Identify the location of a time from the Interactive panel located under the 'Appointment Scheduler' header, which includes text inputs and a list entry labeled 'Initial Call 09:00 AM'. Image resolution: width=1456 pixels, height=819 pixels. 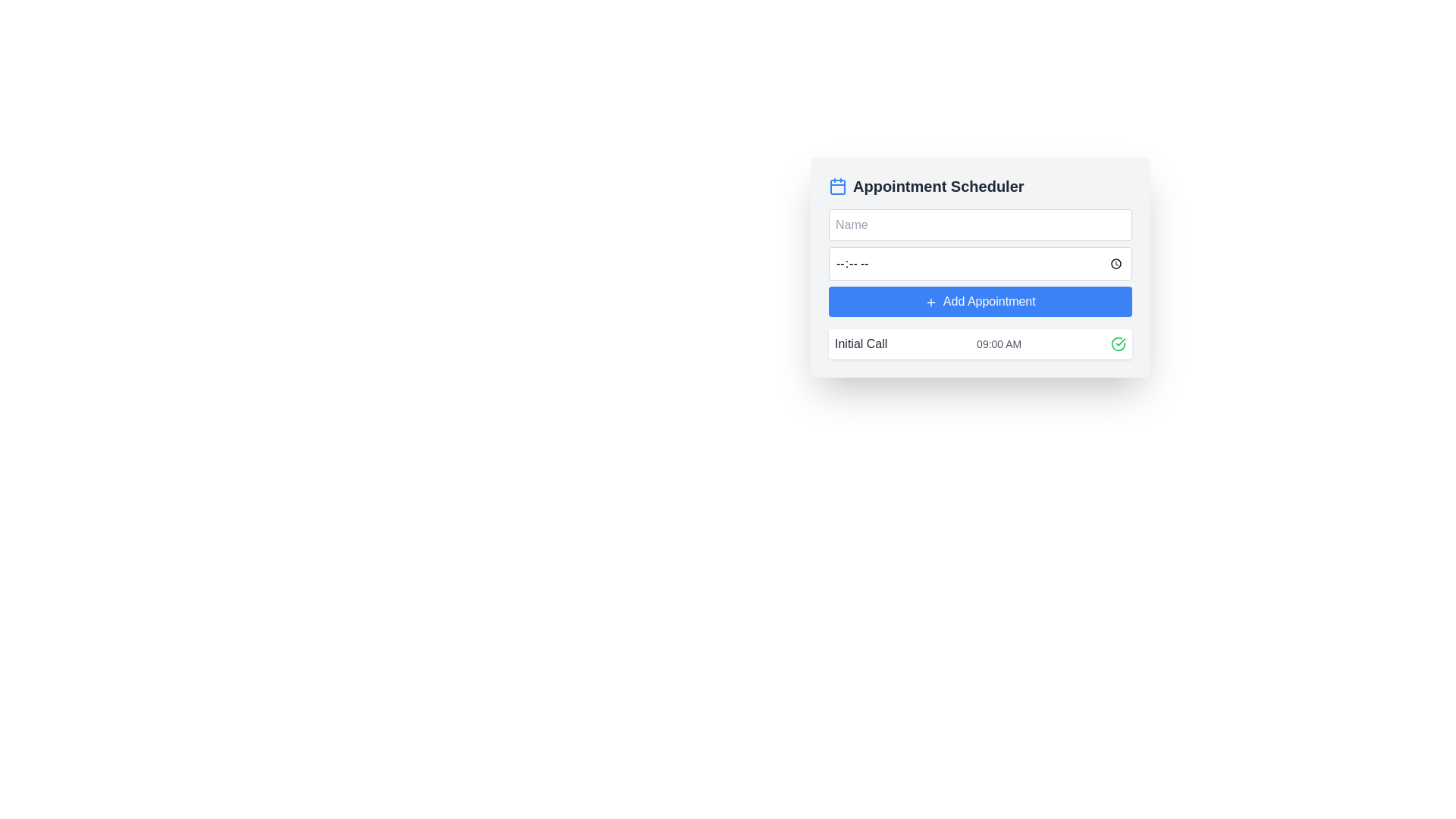
(980, 267).